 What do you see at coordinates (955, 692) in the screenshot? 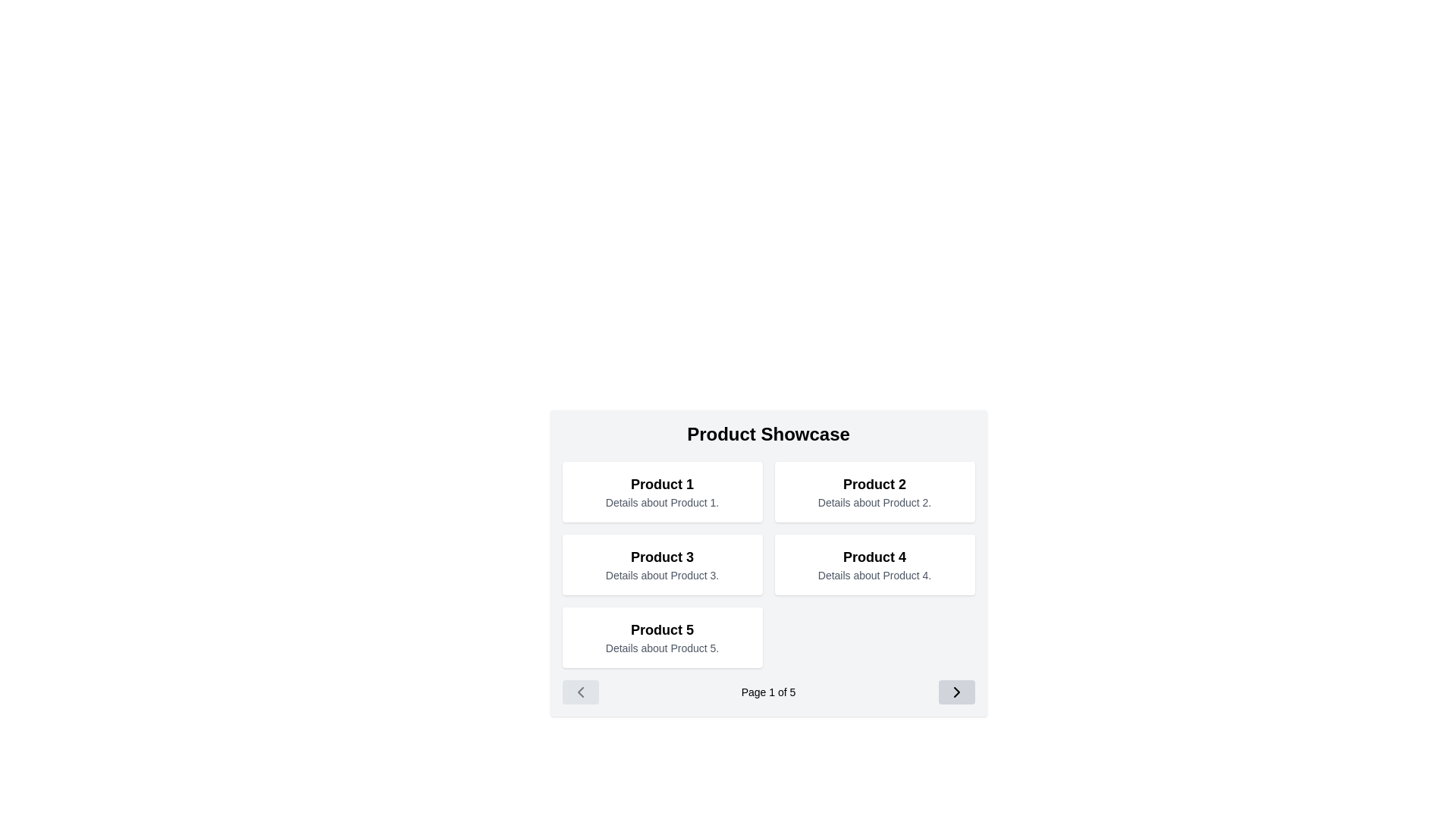
I see `the light gray rectangular button with a rounded background and a rightward-facing chevron icon (">") at the bottom-right of the pagination controls` at bounding box center [955, 692].